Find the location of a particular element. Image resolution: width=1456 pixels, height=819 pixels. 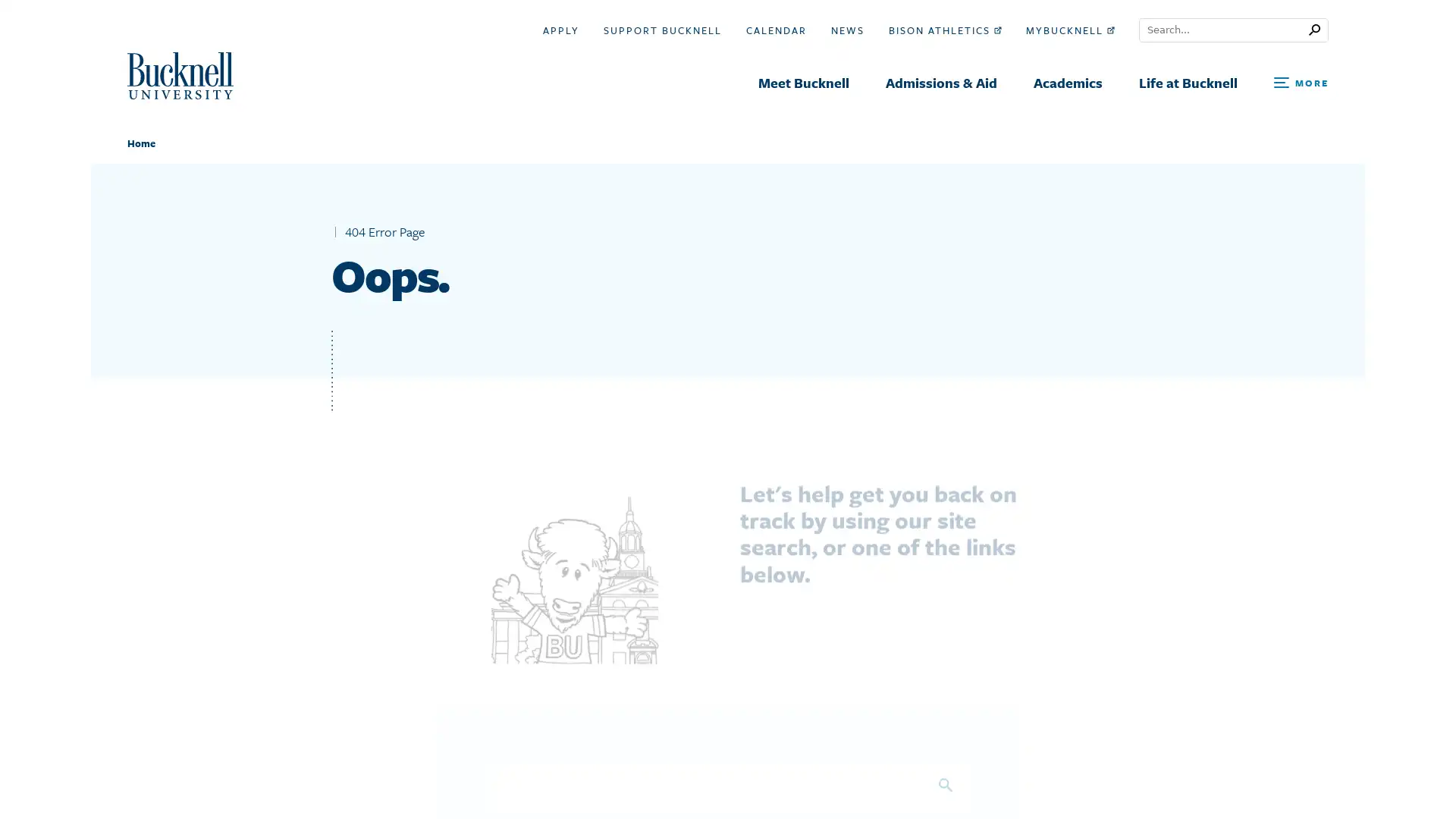

Search is located at coordinates (945, 797).